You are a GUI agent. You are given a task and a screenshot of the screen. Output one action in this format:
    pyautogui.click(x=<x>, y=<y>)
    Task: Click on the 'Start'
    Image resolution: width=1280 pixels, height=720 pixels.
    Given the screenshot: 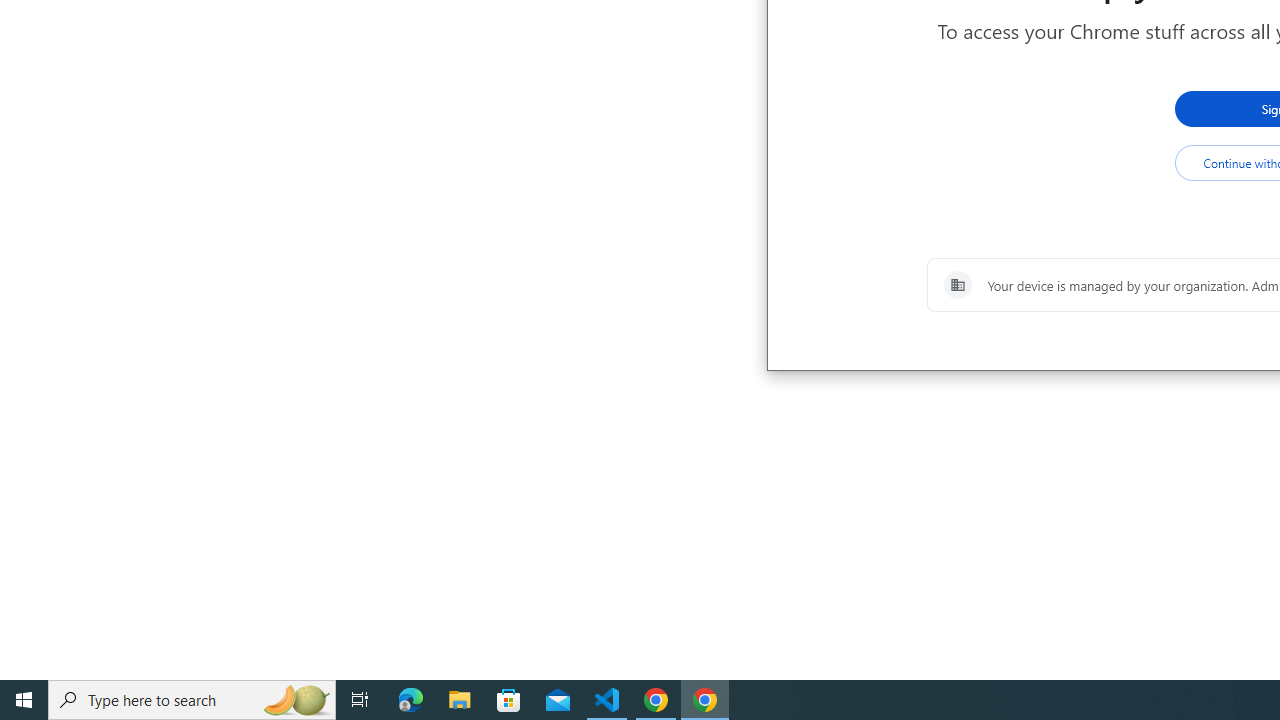 What is the action you would take?
    pyautogui.click(x=24, y=698)
    